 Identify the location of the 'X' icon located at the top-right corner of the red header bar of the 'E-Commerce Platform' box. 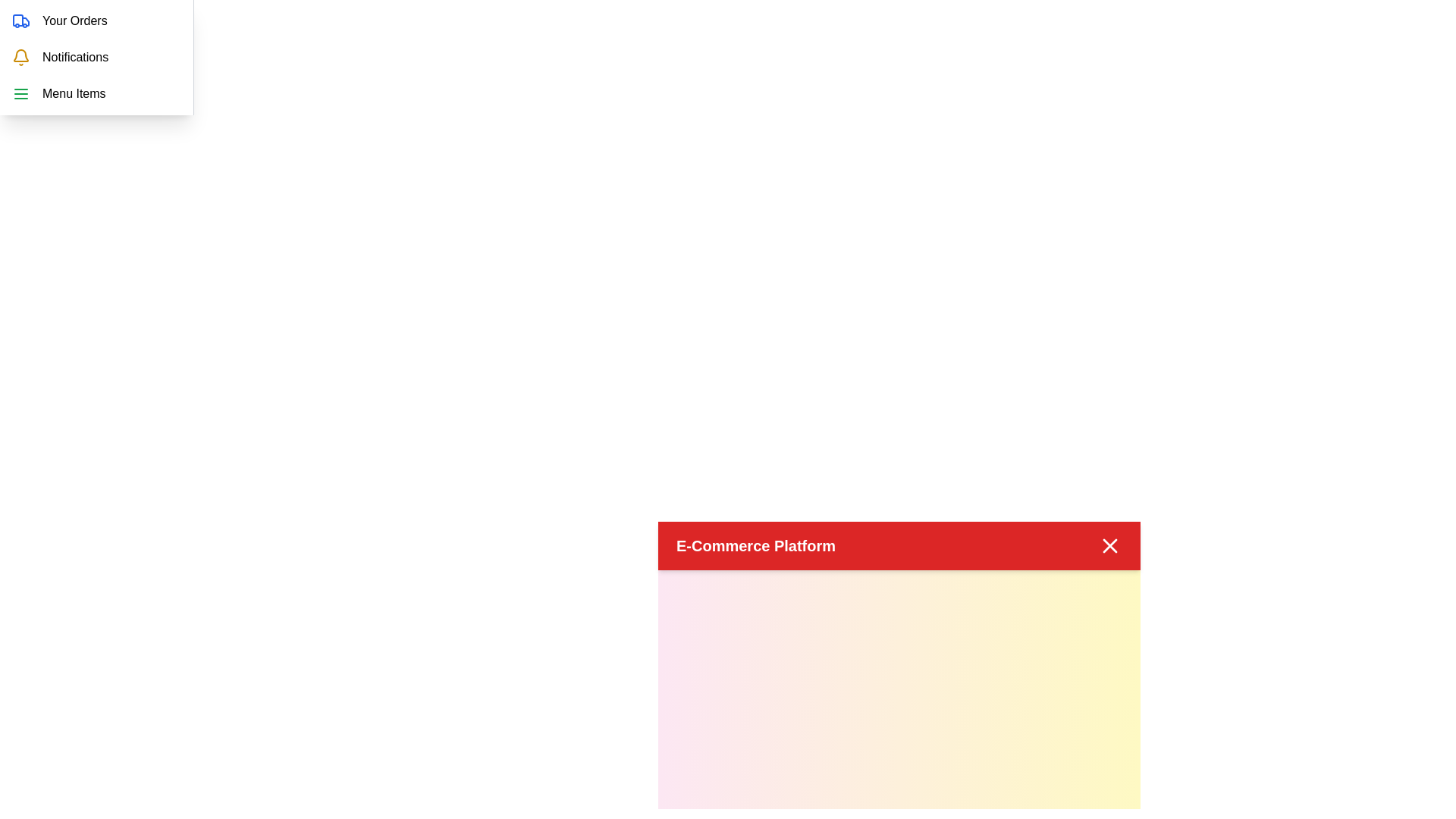
(1110, 546).